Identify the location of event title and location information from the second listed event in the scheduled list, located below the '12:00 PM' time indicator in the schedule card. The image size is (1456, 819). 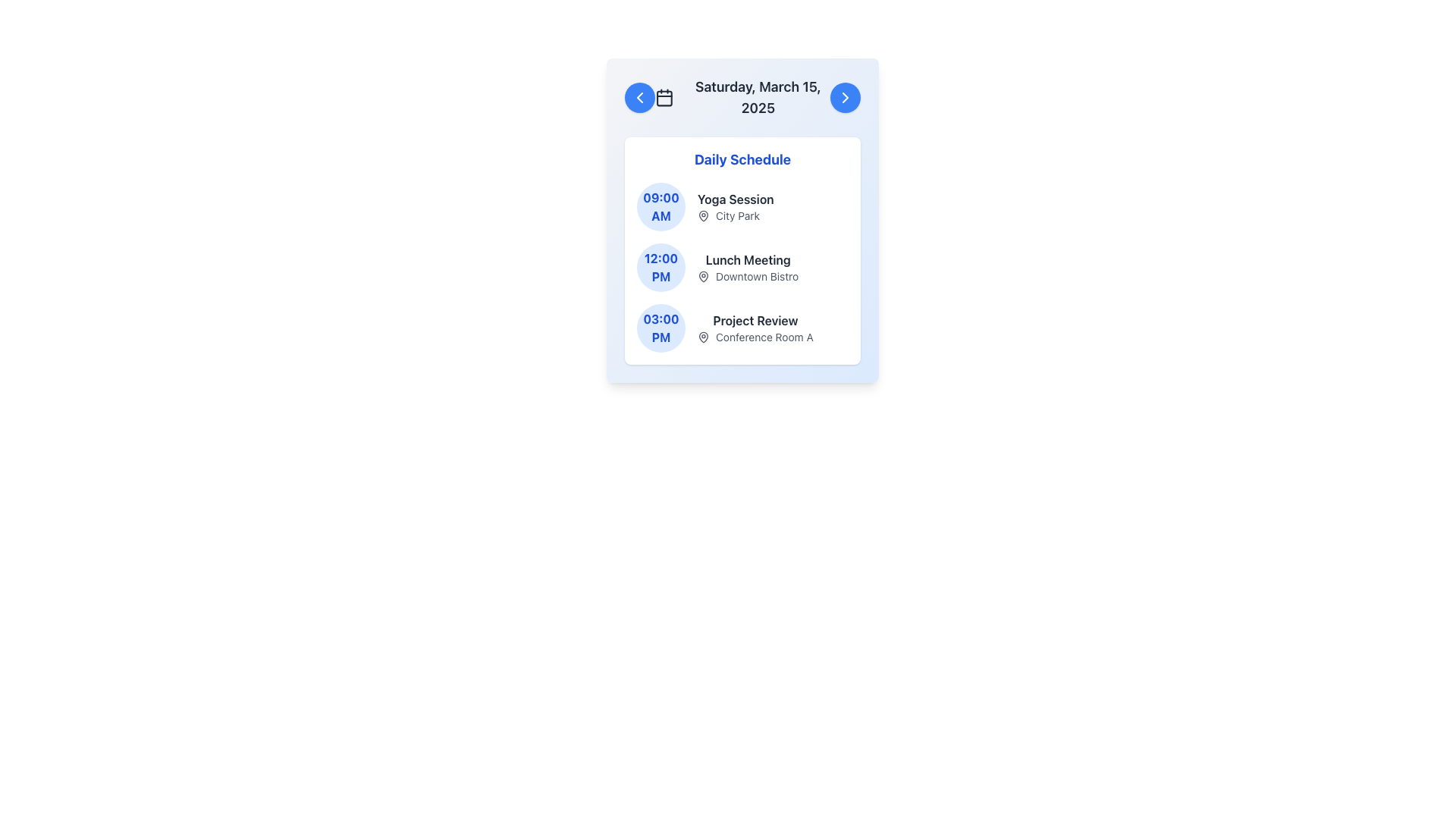
(748, 267).